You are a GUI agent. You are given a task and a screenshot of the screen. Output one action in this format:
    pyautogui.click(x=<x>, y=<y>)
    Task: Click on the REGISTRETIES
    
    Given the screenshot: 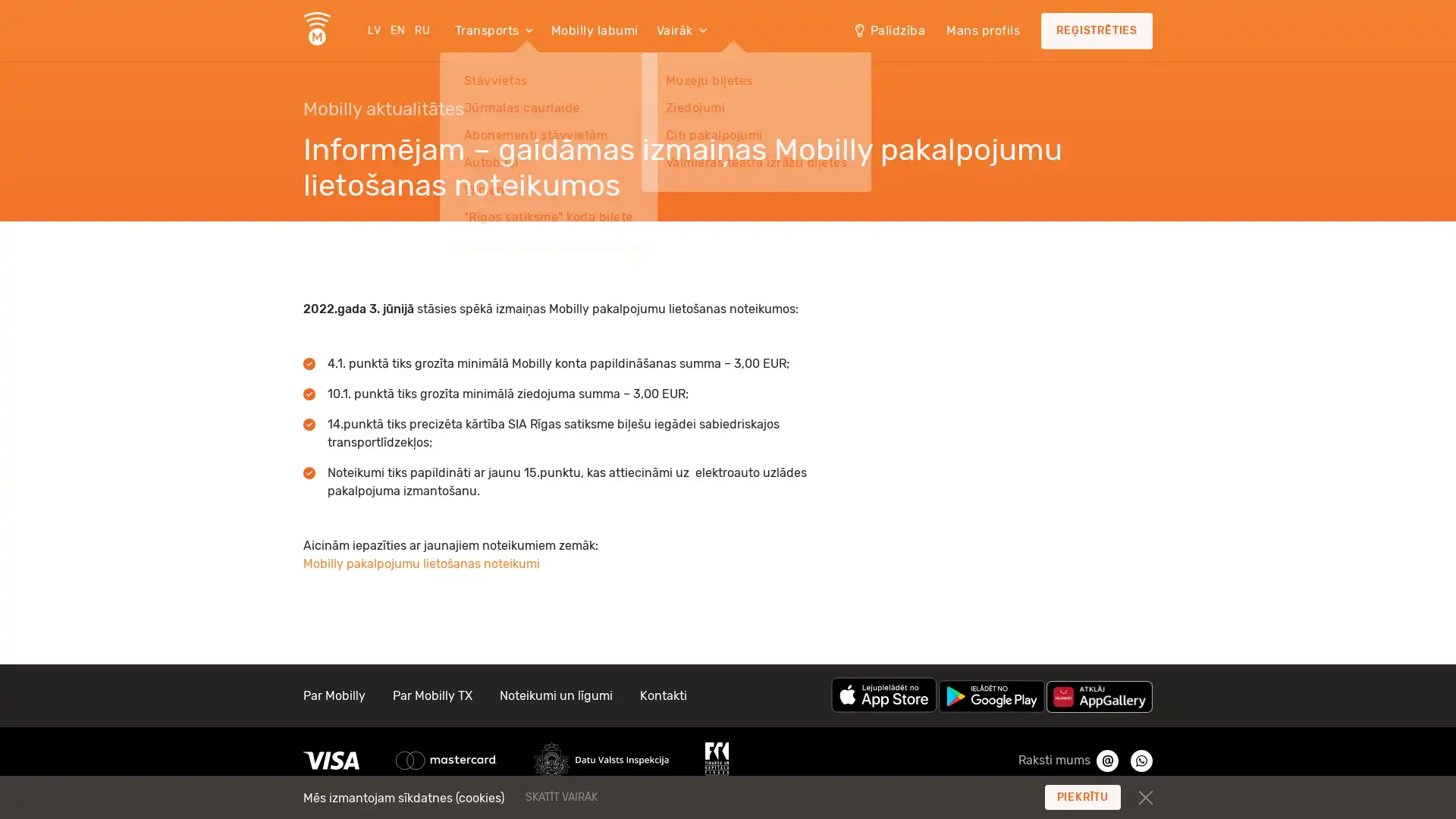 What is the action you would take?
    pyautogui.click(x=1097, y=31)
    